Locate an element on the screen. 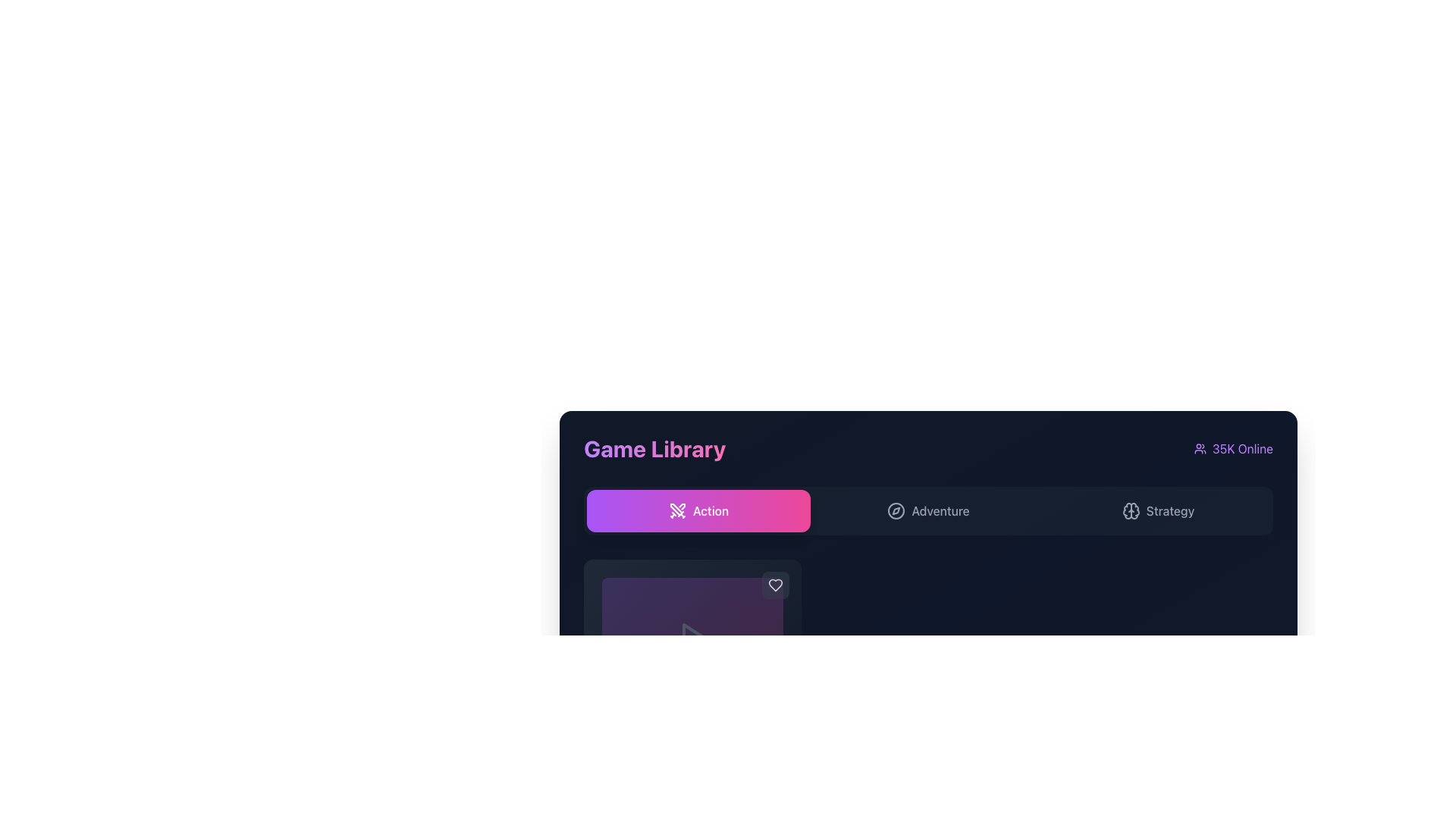  the rectangular button with a gradient background transitioning from purple to pink, featuring an icon of crossed swords on the left and the word 'Action' in white text on the right is located at coordinates (698, 511).